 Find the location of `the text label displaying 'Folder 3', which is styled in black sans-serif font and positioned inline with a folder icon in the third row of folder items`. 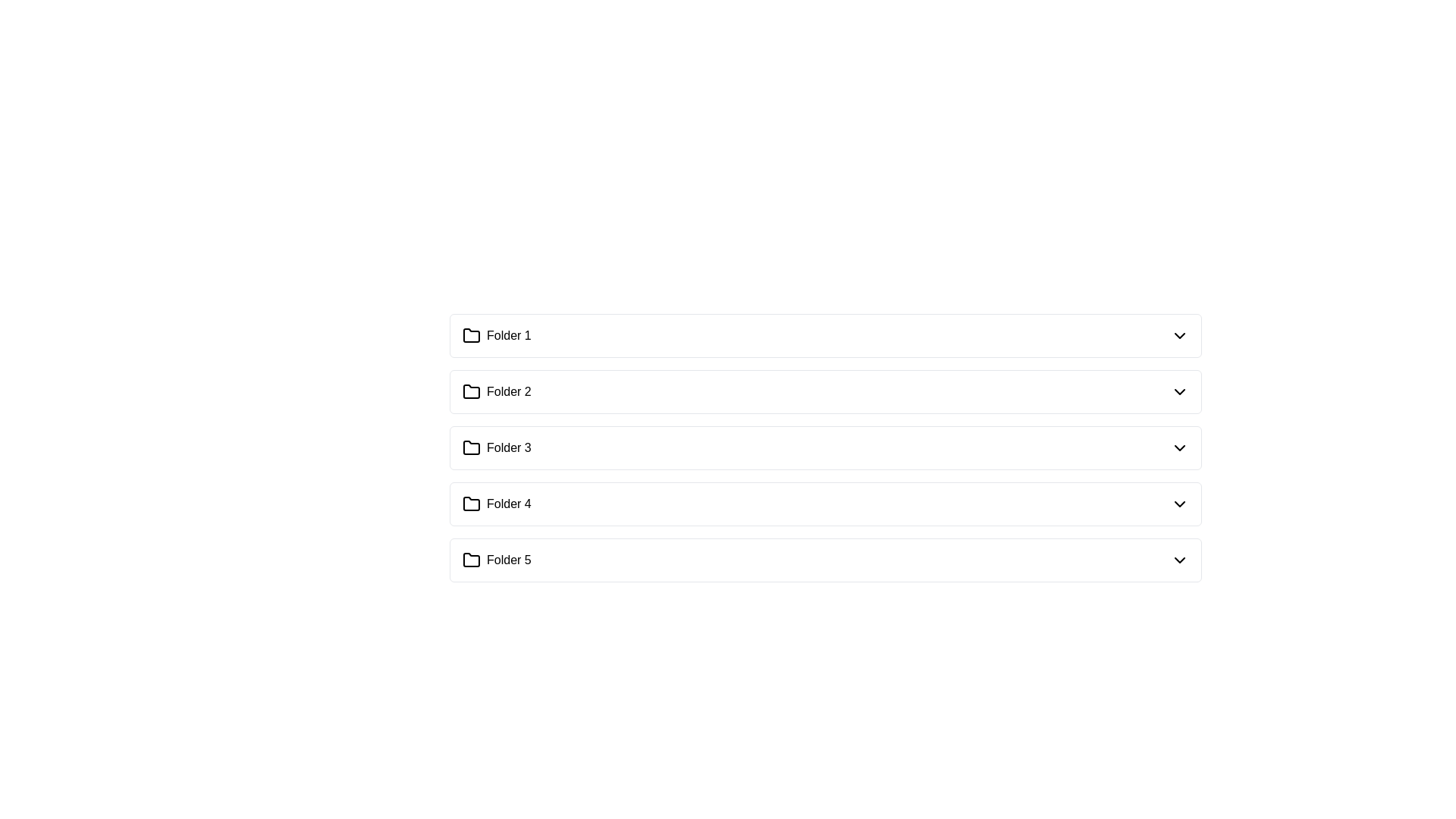

the text label displaying 'Folder 3', which is styled in black sans-serif font and positioned inline with a folder icon in the third row of folder items is located at coordinates (509, 447).